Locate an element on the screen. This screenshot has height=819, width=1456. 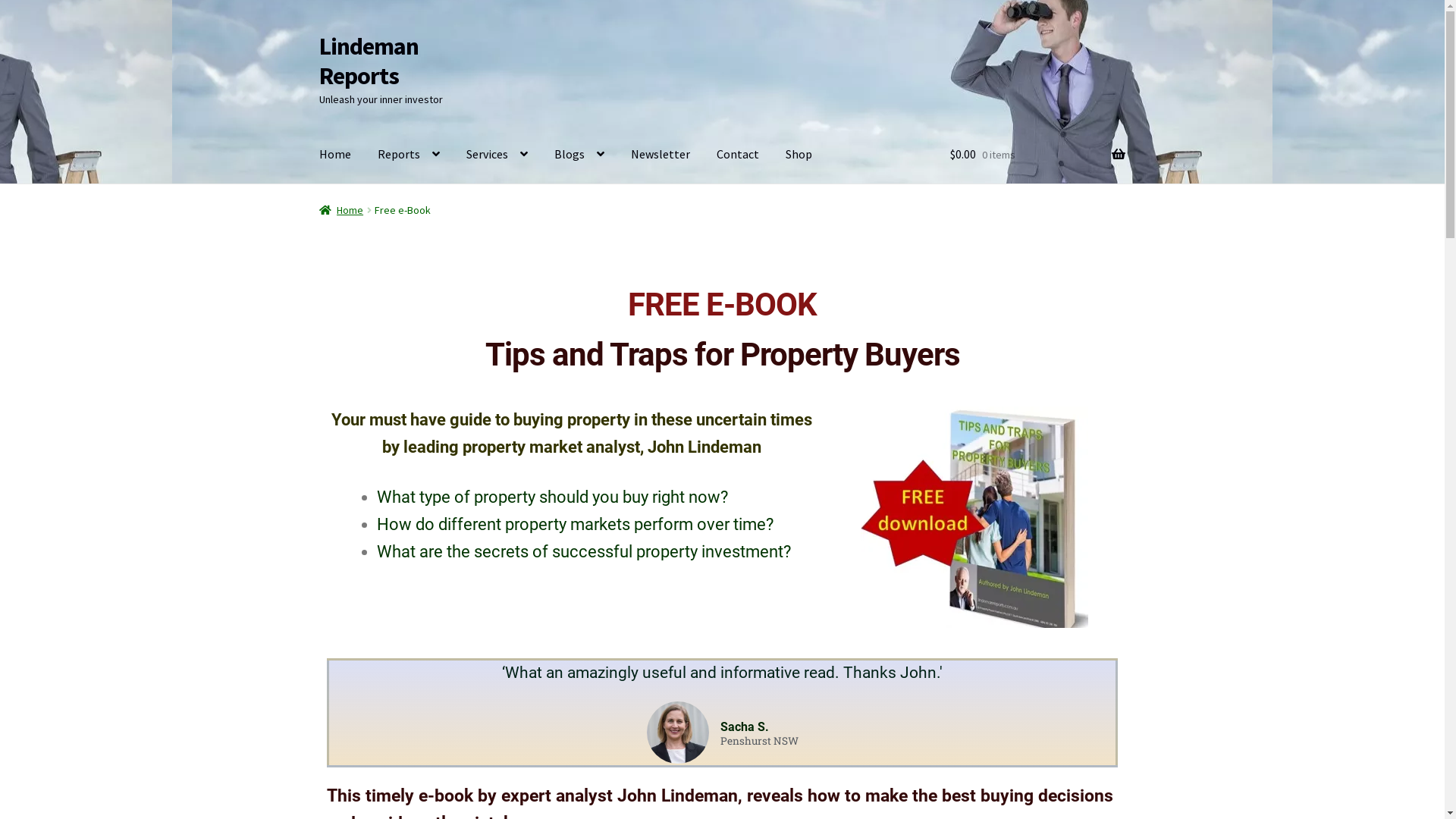
'Shop' is located at coordinates (798, 155).